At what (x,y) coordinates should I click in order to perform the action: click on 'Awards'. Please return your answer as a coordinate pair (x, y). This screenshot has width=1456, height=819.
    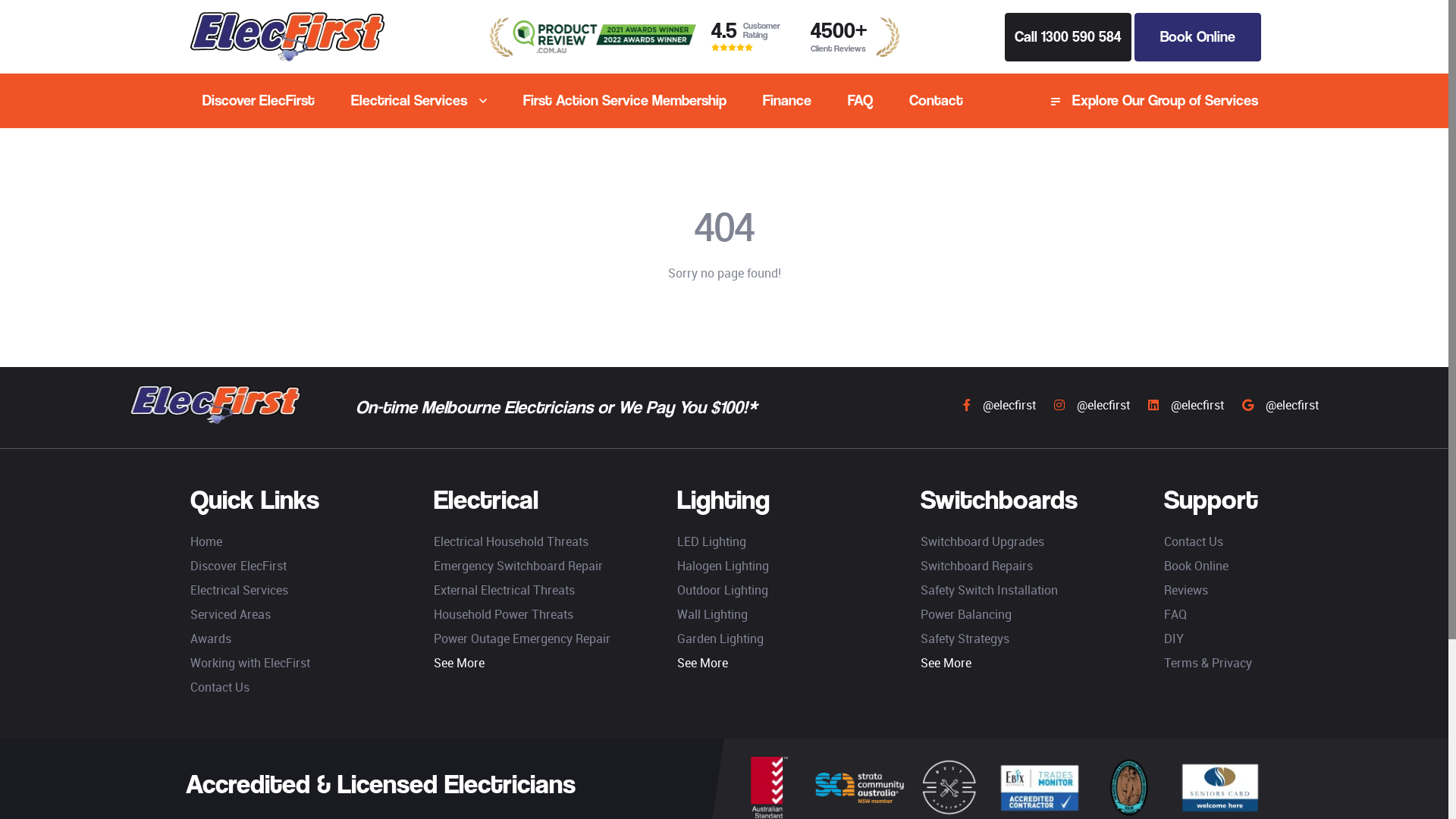
    Looking at the image, I should click on (189, 638).